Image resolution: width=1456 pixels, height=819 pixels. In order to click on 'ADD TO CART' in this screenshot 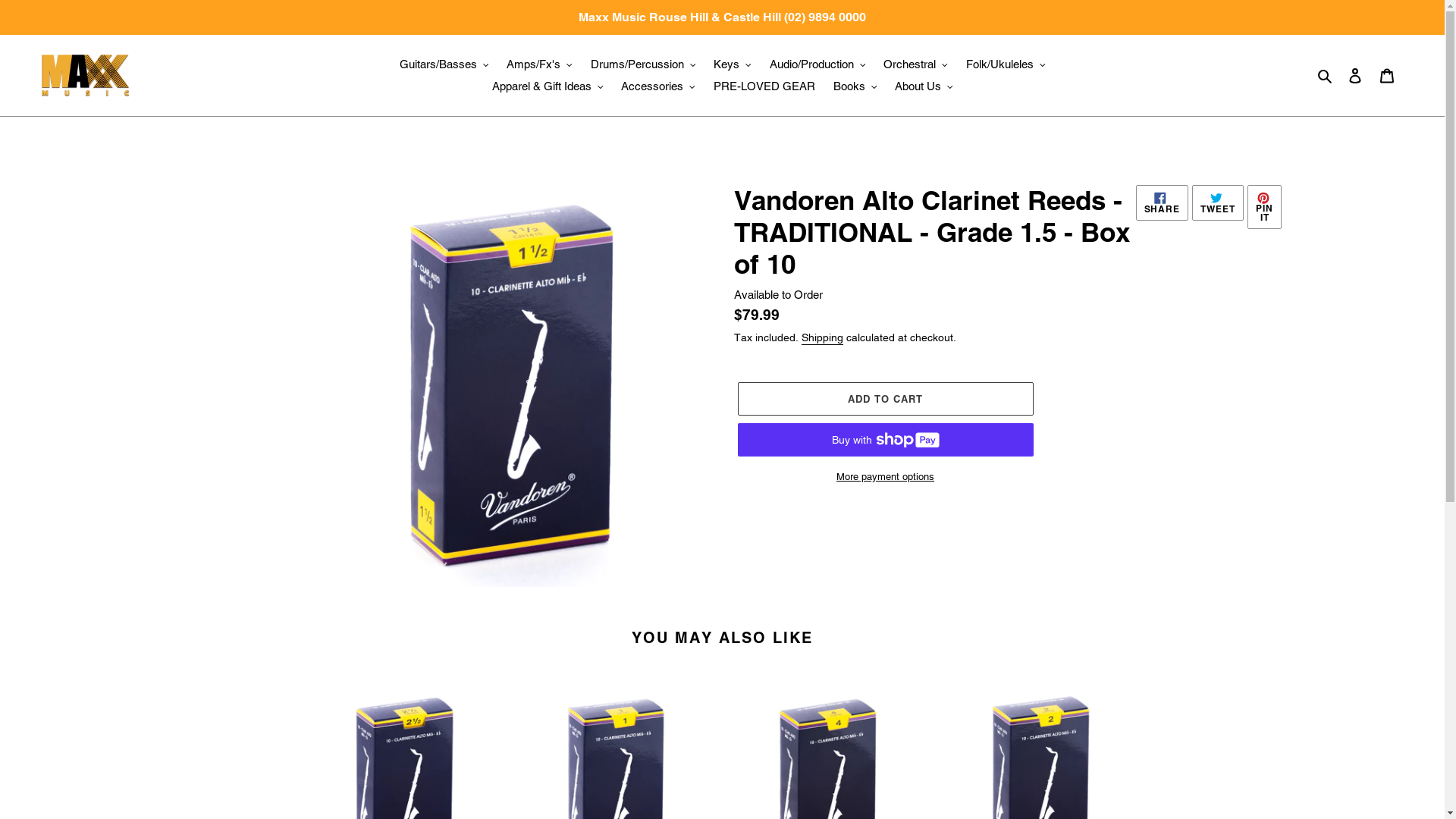, I will do `click(884, 397)`.